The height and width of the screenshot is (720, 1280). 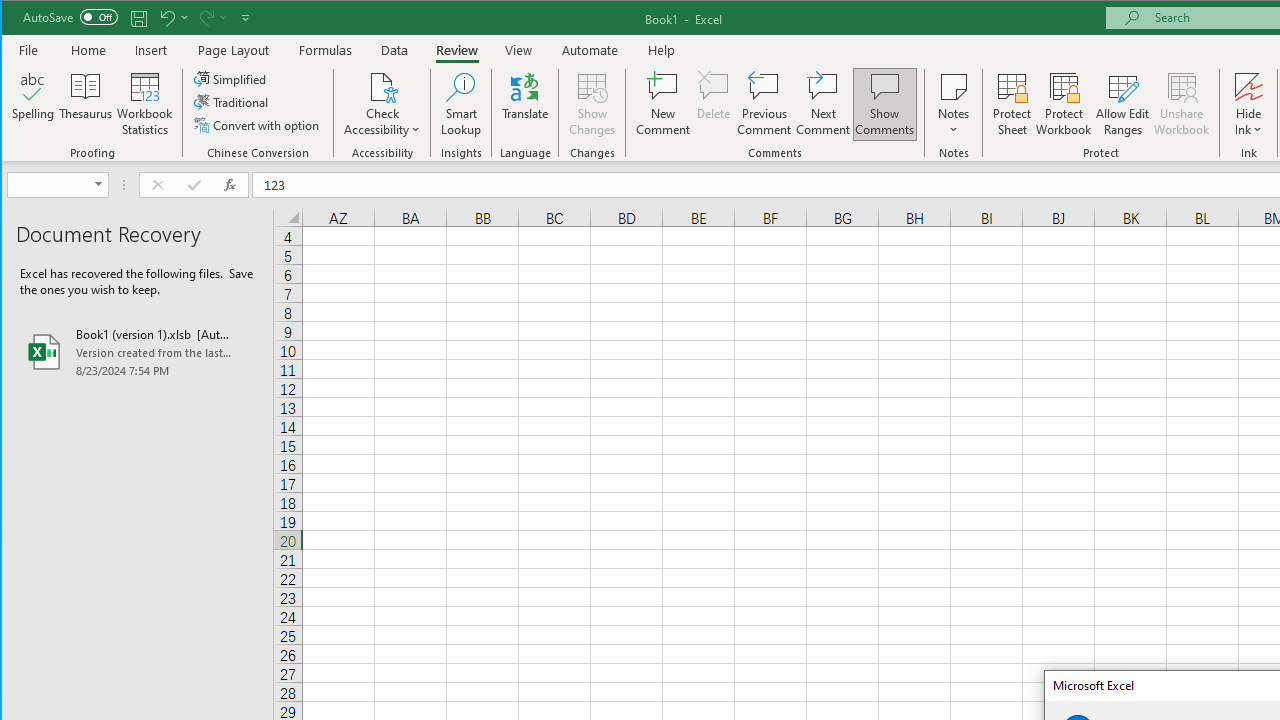 What do you see at coordinates (1247, 104) in the screenshot?
I see `'Hide Ink'` at bounding box center [1247, 104].